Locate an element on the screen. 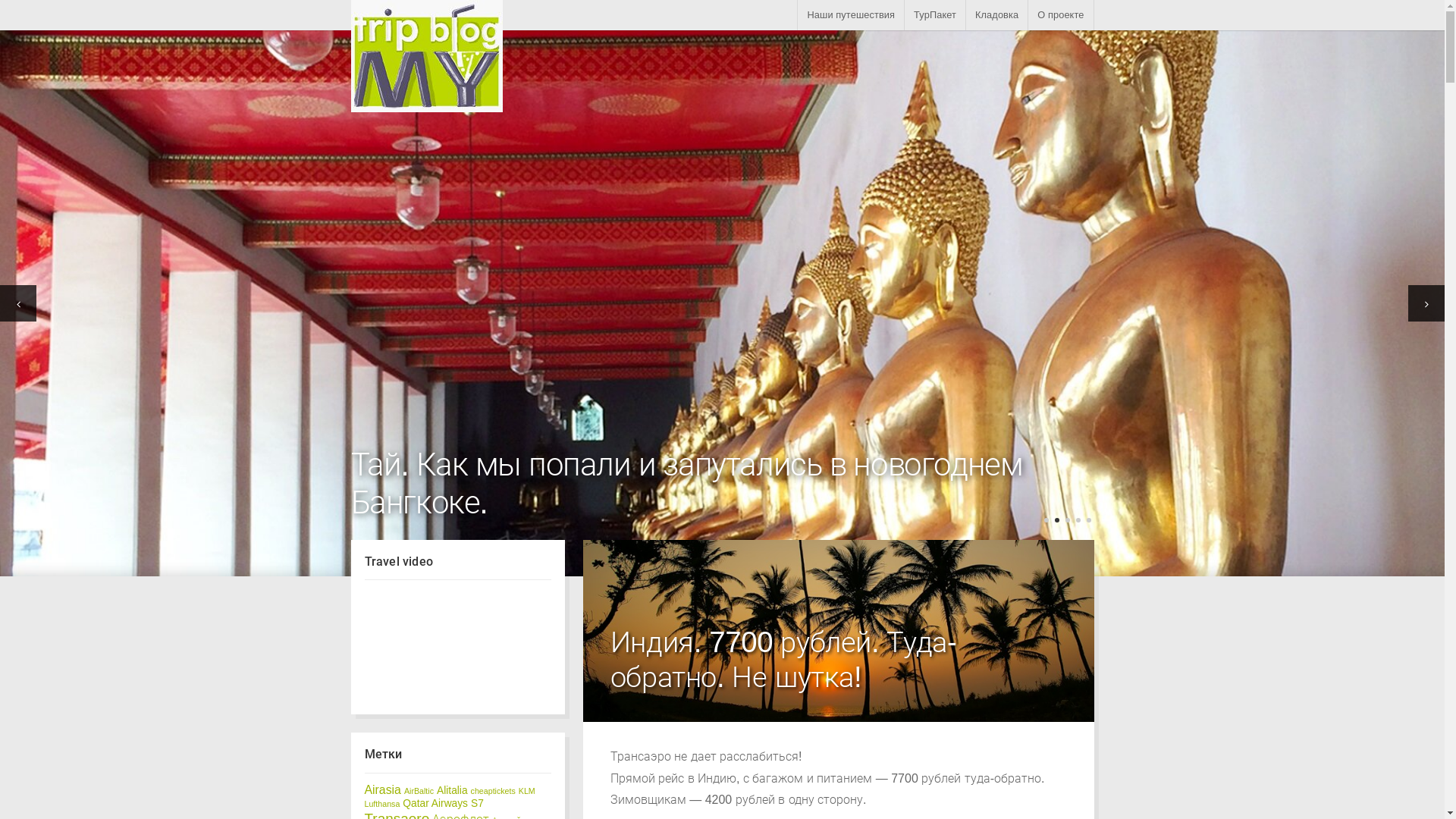 This screenshot has height=819, width=1456. 'AirBaltic' is located at coordinates (419, 789).